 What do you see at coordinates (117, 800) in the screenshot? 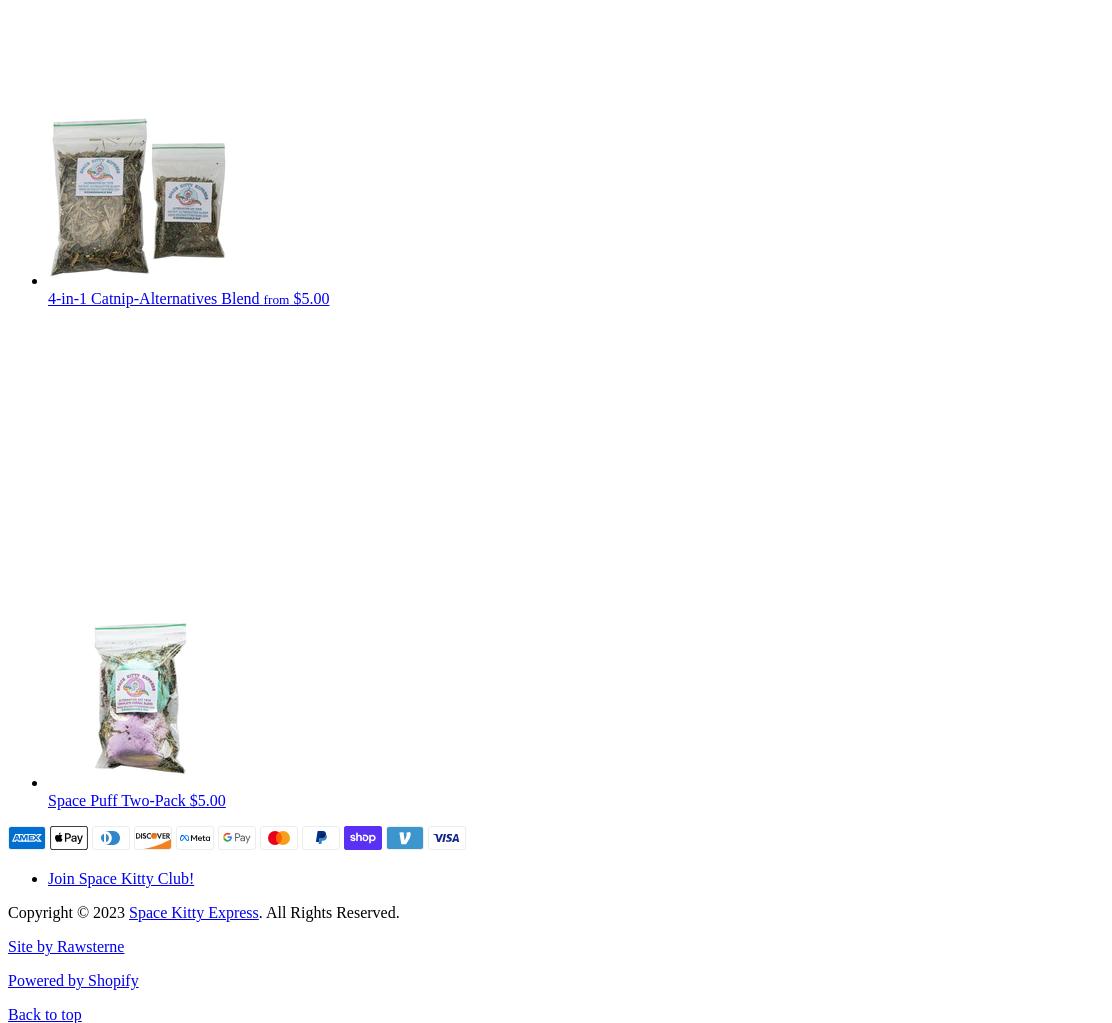
I see `'Space Puff Two-Pack'` at bounding box center [117, 800].